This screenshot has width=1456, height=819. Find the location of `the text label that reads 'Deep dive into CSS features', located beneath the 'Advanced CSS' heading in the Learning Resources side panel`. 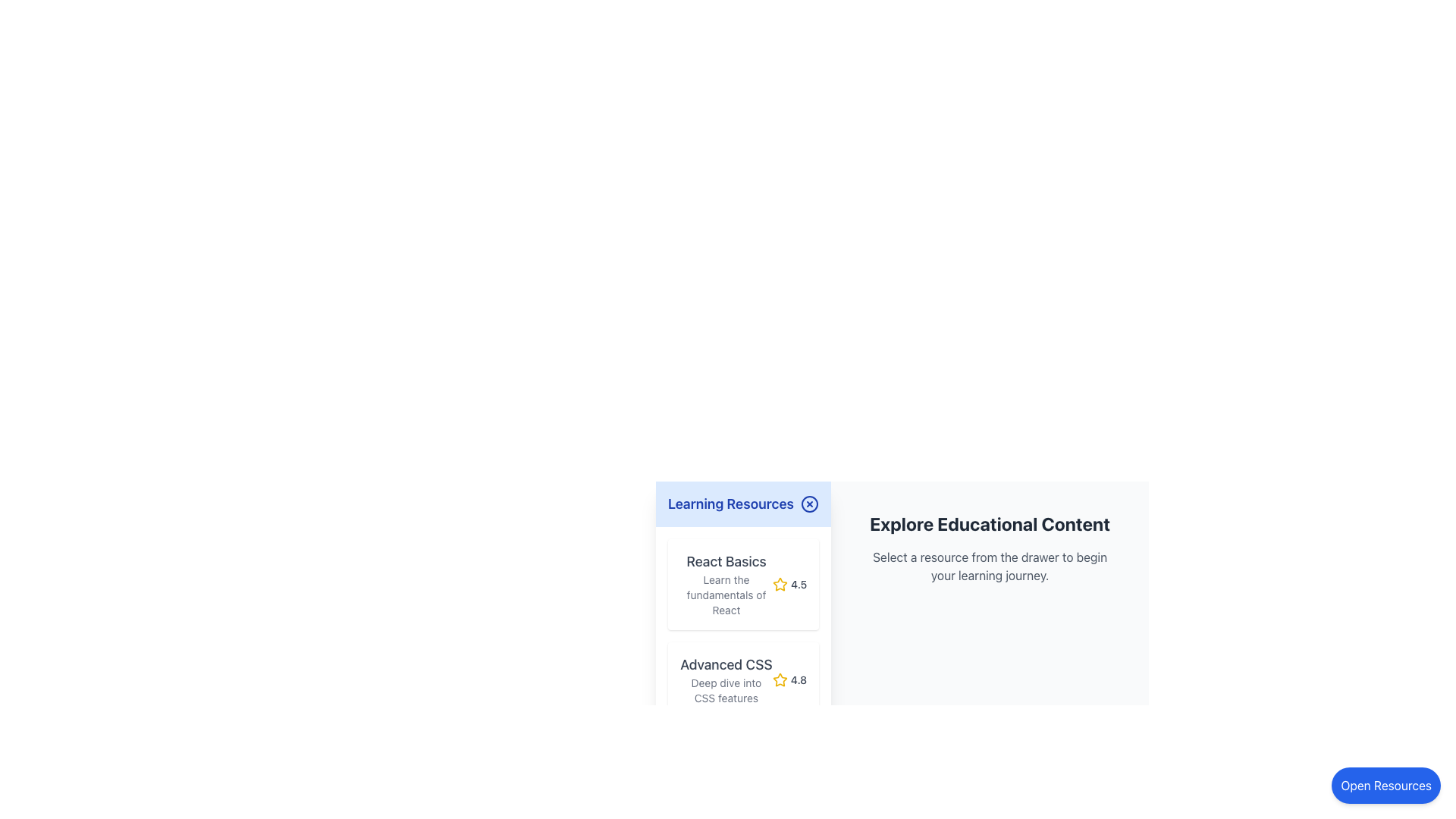

the text label that reads 'Deep dive into CSS features', located beneath the 'Advanced CSS' heading in the Learning Resources side panel is located at coordinates (725, 690).